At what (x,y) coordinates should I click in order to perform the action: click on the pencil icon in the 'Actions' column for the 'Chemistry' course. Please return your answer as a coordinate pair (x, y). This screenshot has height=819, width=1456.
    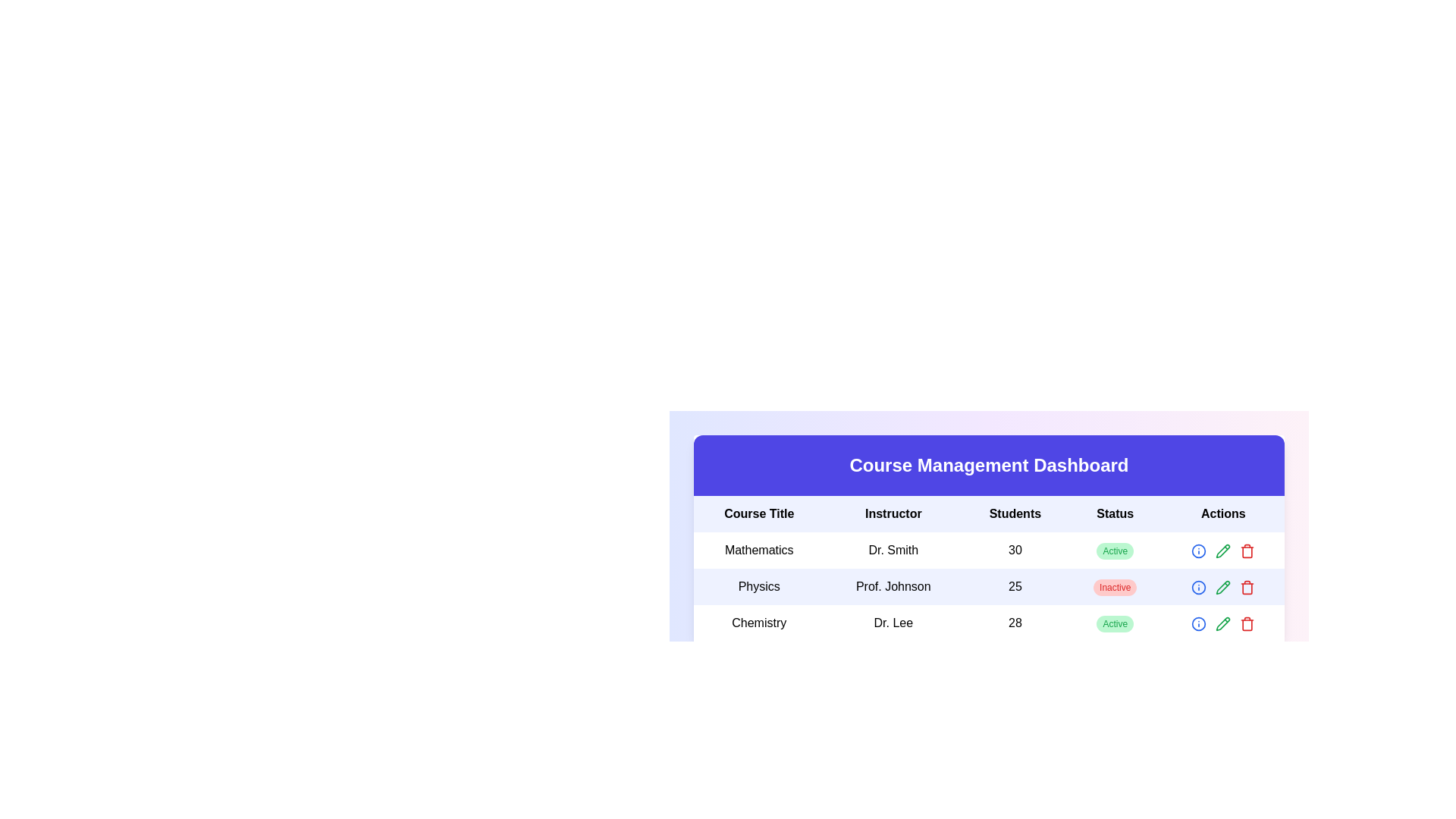
    Looking at the image, I should click on (1223, 623).